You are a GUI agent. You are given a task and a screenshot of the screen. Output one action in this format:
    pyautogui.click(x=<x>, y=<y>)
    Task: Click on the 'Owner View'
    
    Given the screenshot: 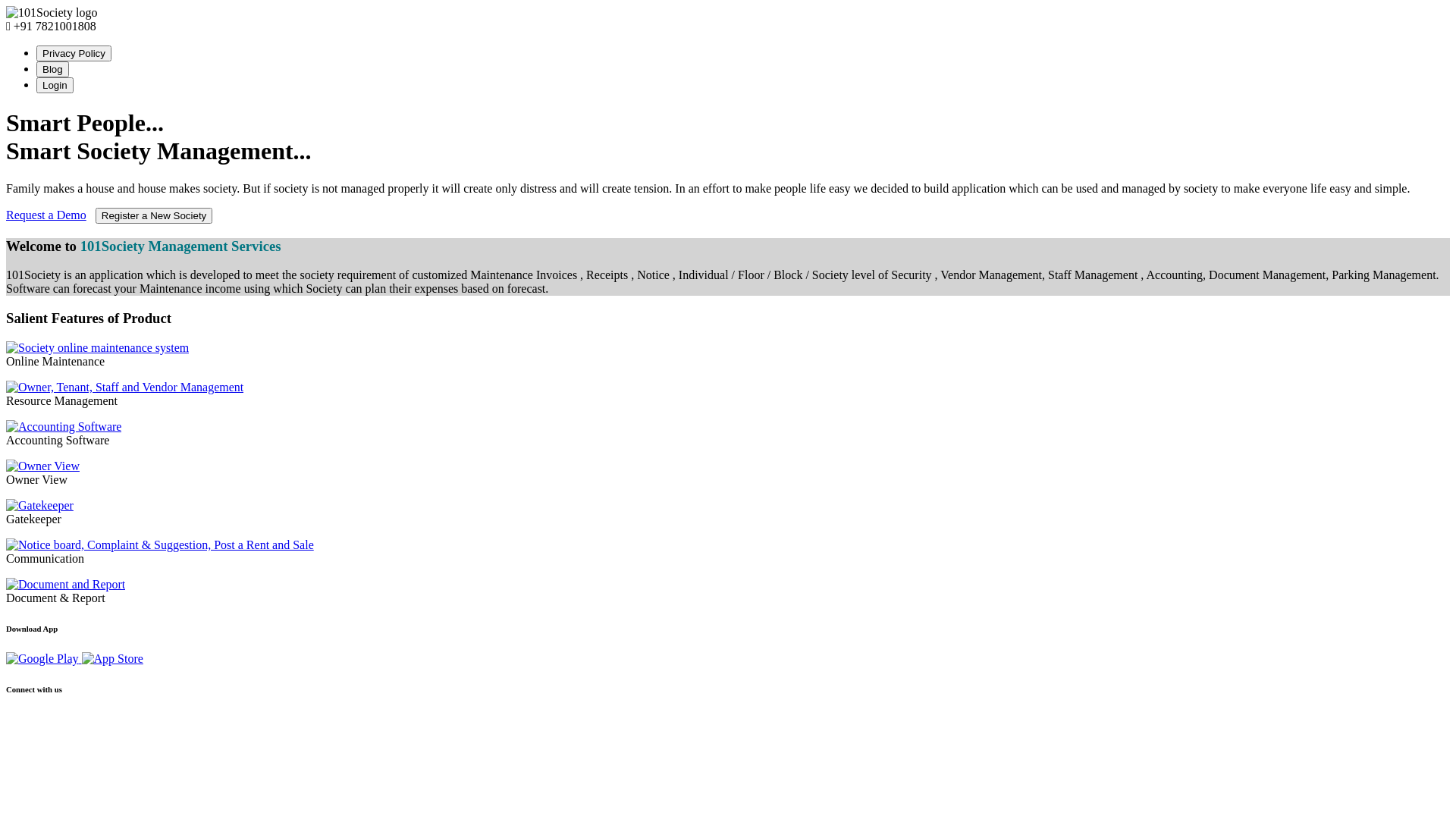 What is the action you would take?
    pyautogui.click(x=42, y=465)
    